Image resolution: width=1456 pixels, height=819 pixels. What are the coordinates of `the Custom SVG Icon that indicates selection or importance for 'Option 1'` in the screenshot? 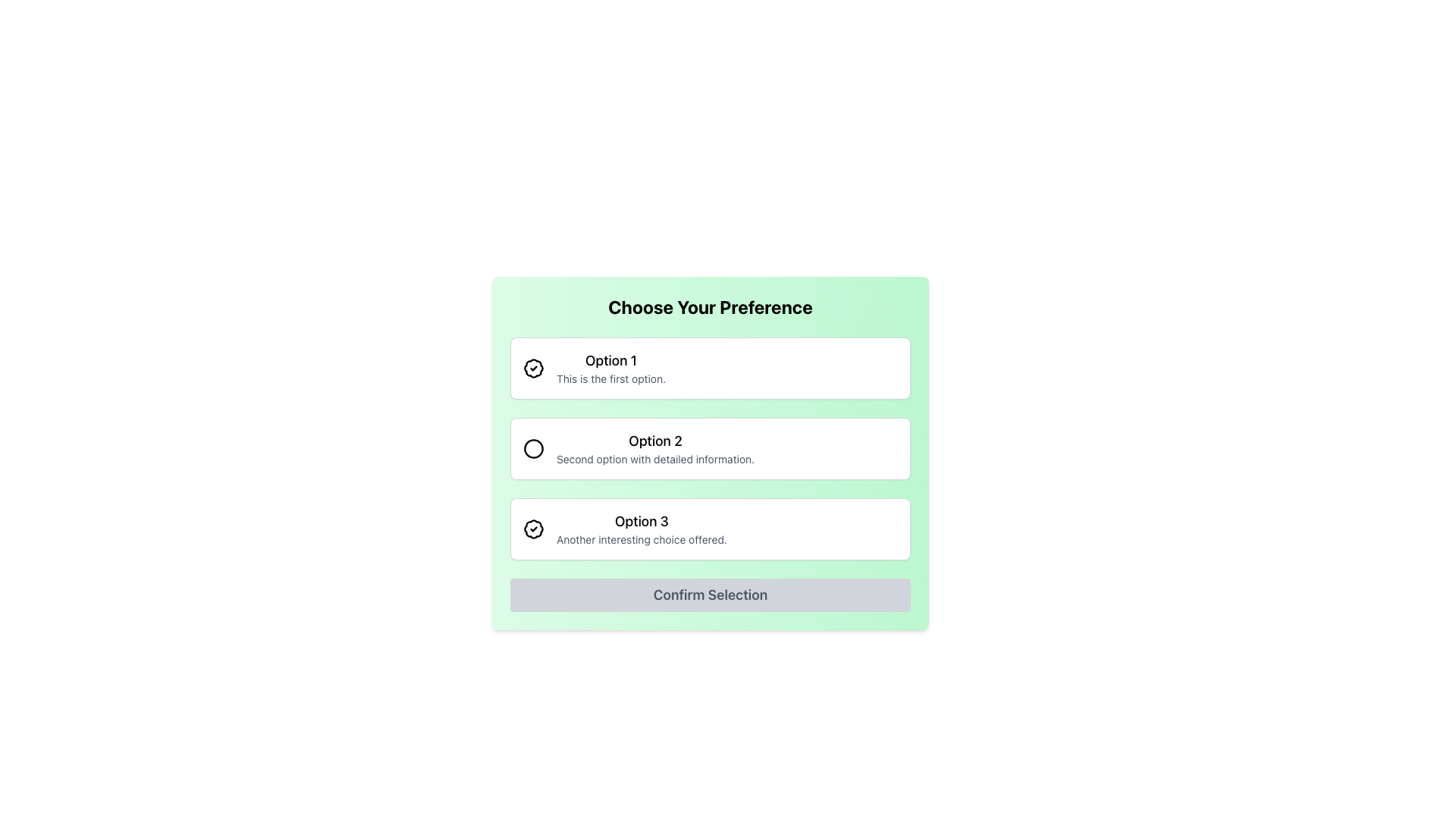 It's located at (534, 369).